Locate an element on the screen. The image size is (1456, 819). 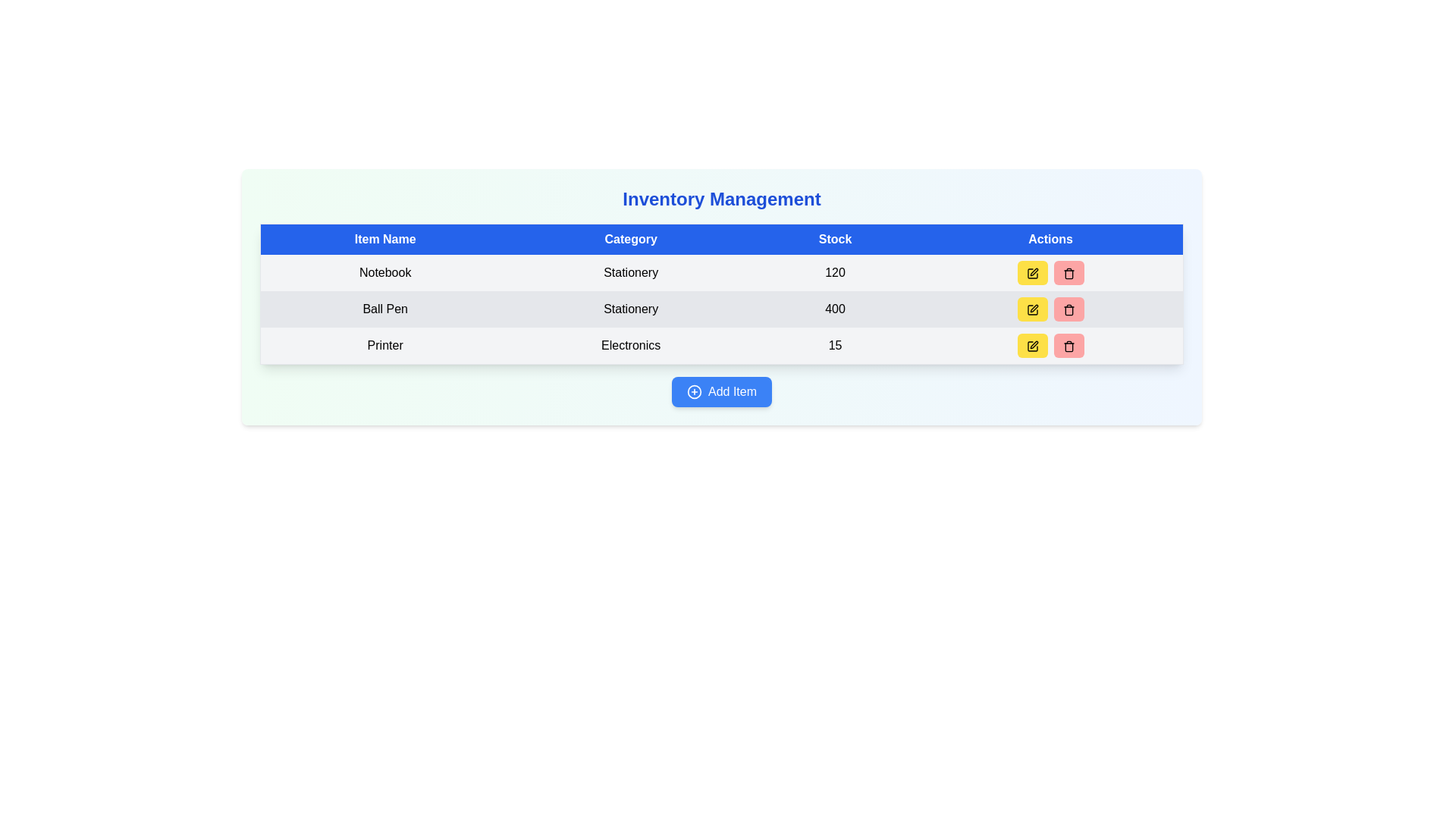
the static text element displaying 'Ball Pen', which is located in the second row of the table's first column under the 'Item Name' header is located at coordinates (384, 309).